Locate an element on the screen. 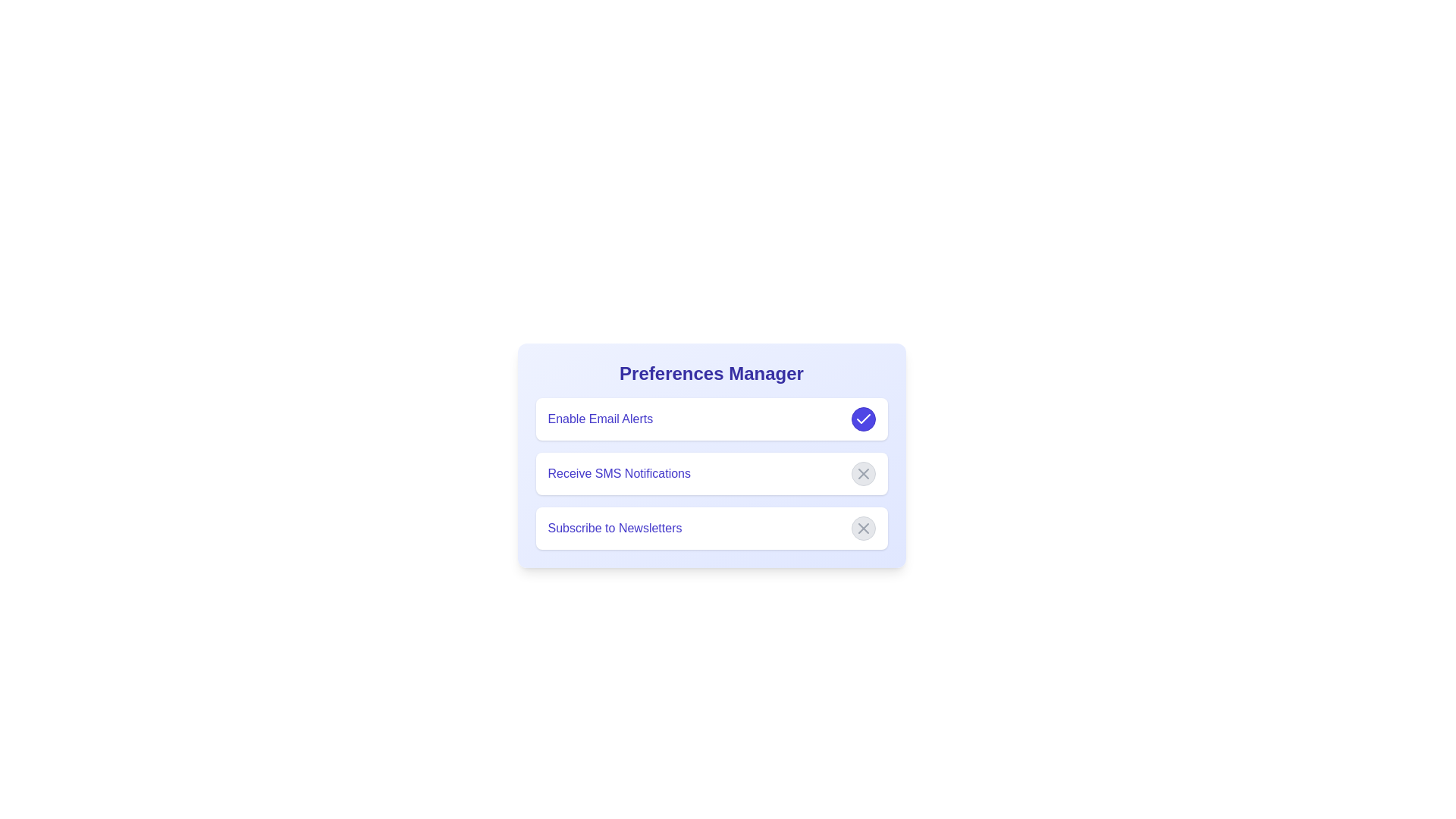 The width and height of the screenshot is (1456, 819). the toggle button for 'Receive SMS Notifications' is located at coordinates (863, 472).